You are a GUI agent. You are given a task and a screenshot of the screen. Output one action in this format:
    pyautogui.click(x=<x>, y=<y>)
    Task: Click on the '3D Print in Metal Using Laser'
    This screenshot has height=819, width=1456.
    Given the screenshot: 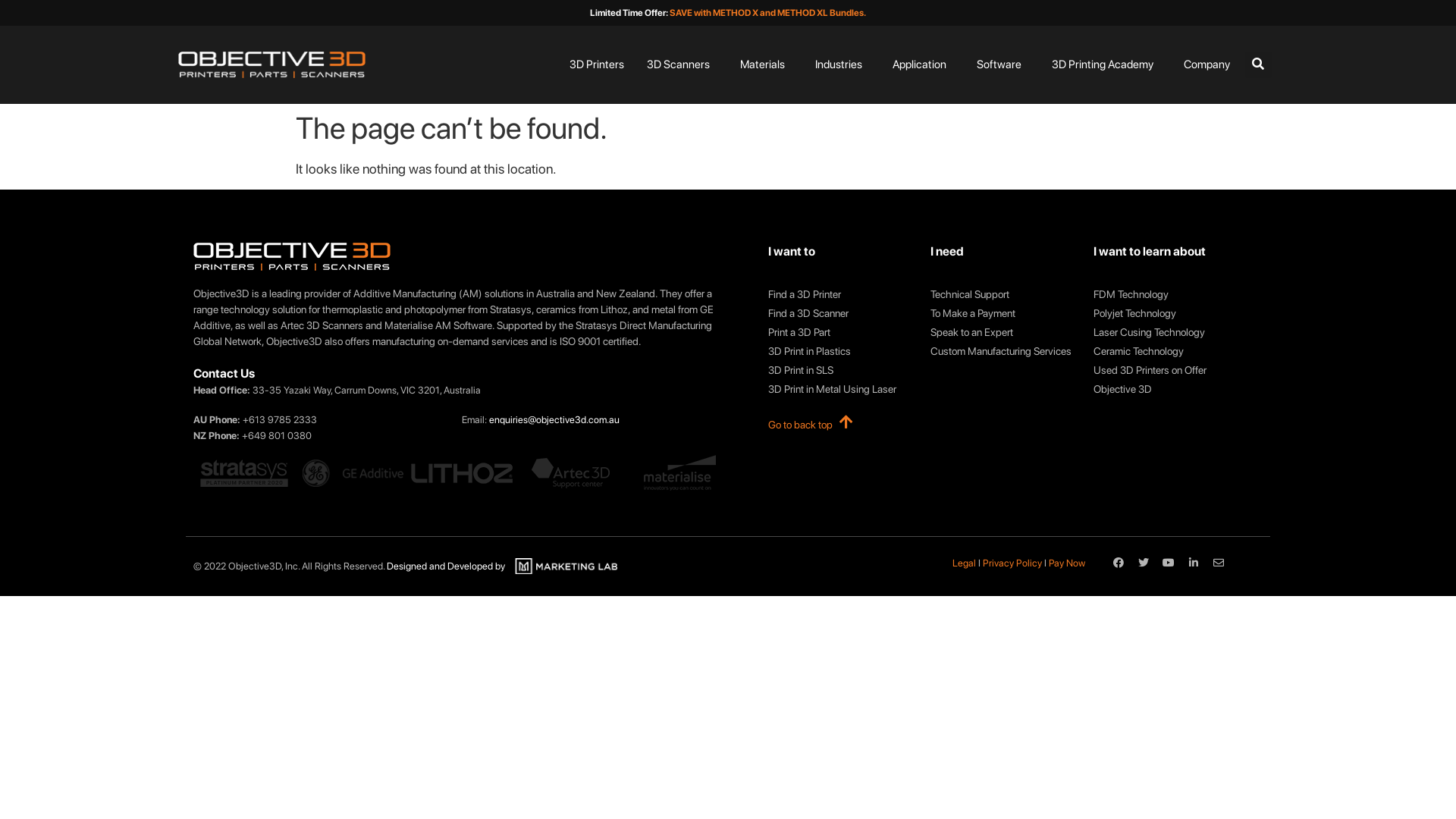 What is the action you would take?
    pyautogui.click(x=841, y=388)
    